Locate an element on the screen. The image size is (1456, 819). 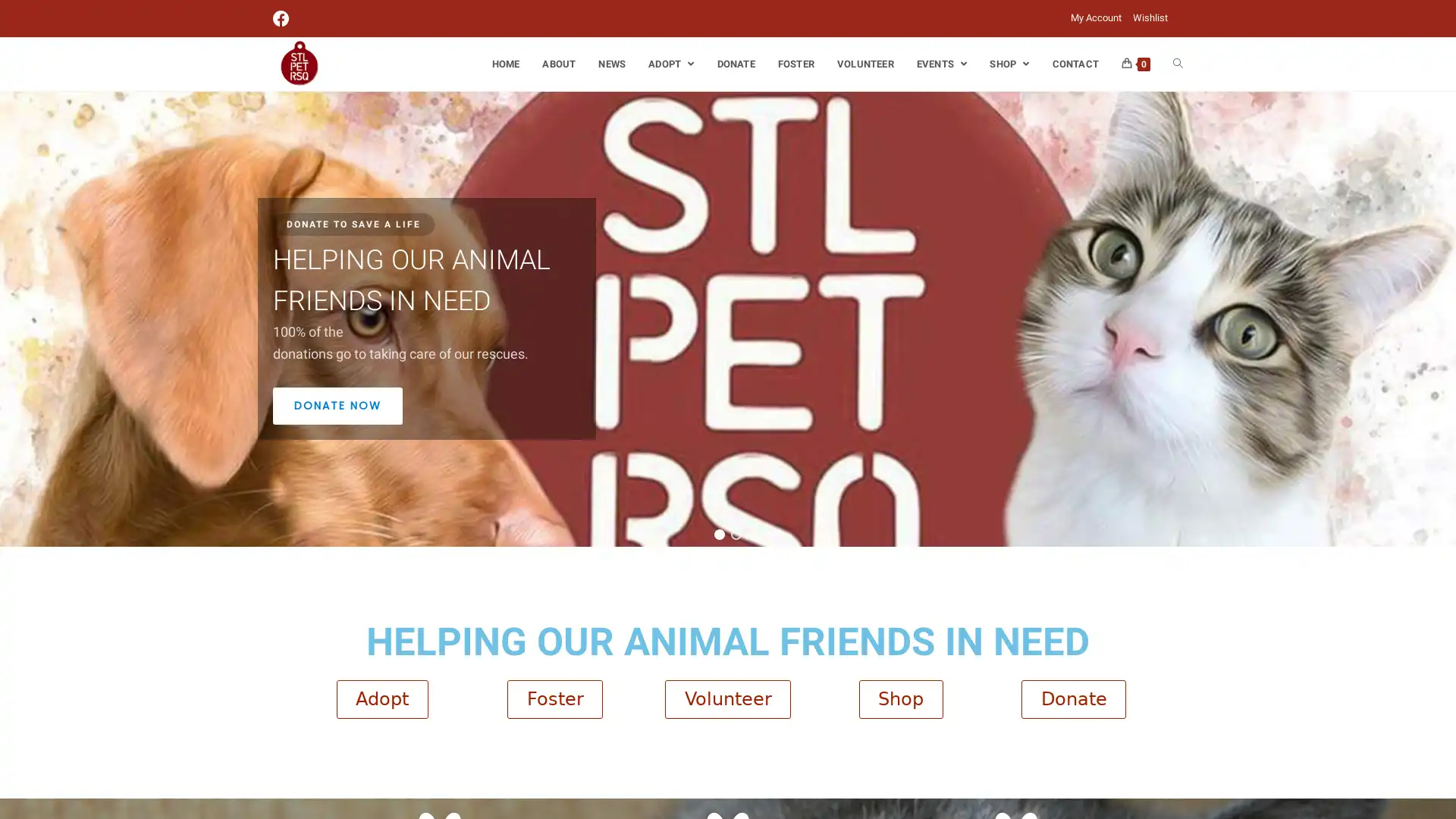
Adopt is located at coordinates (381, 698).